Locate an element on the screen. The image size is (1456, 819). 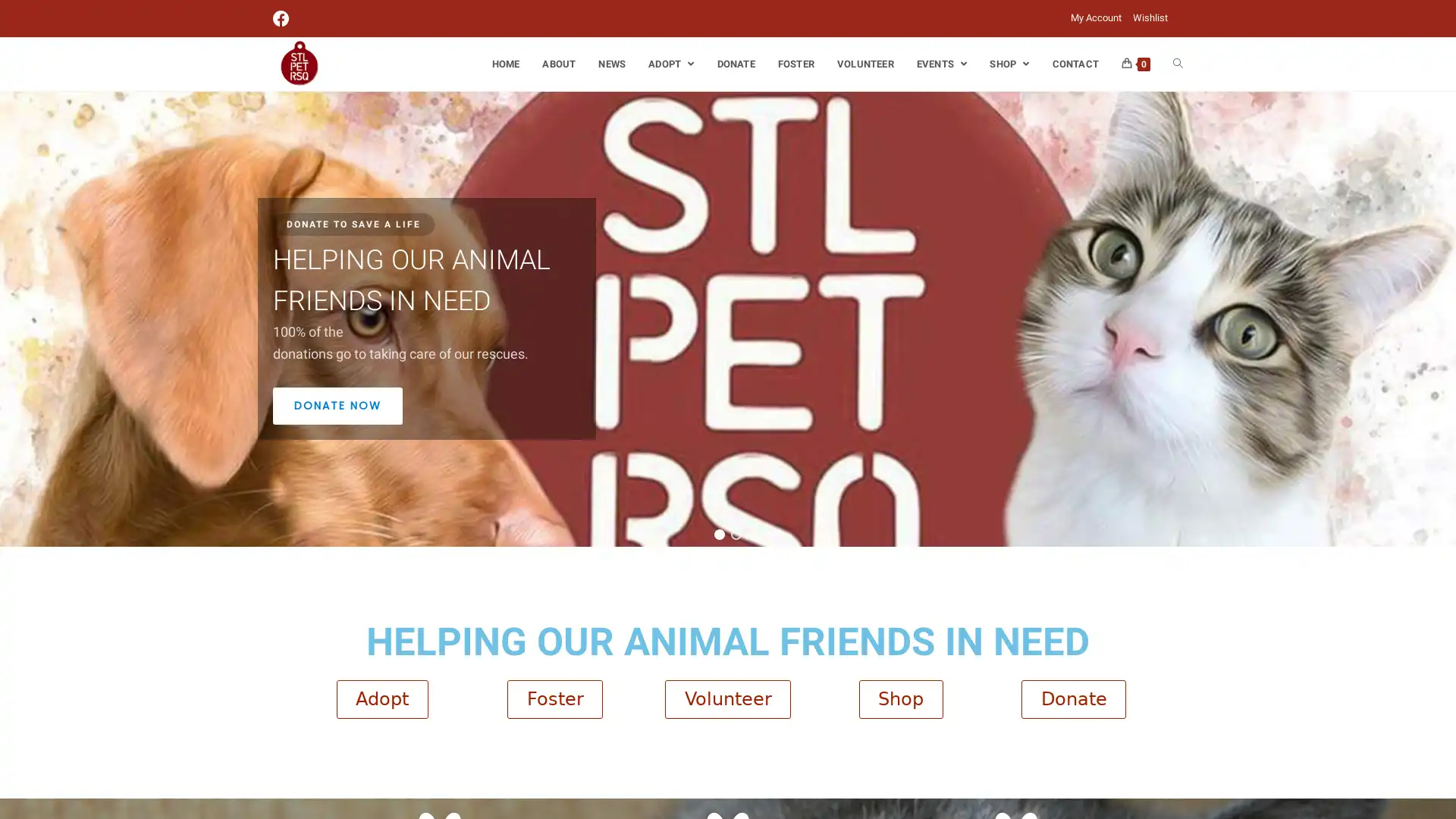
Adopt is located at coordinates (381, 698).